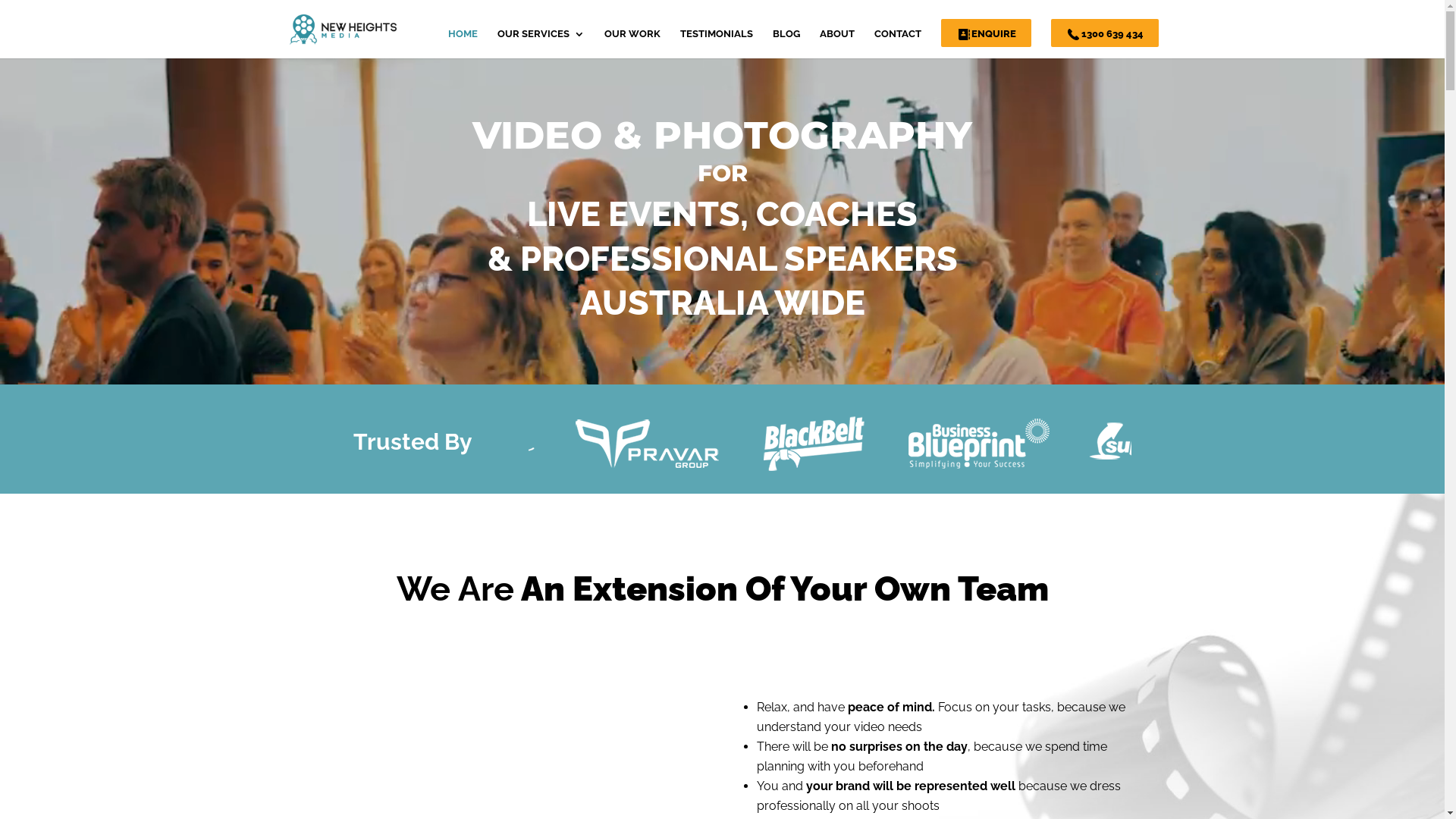  I want to click on 'BLOG', so click(786, 42).